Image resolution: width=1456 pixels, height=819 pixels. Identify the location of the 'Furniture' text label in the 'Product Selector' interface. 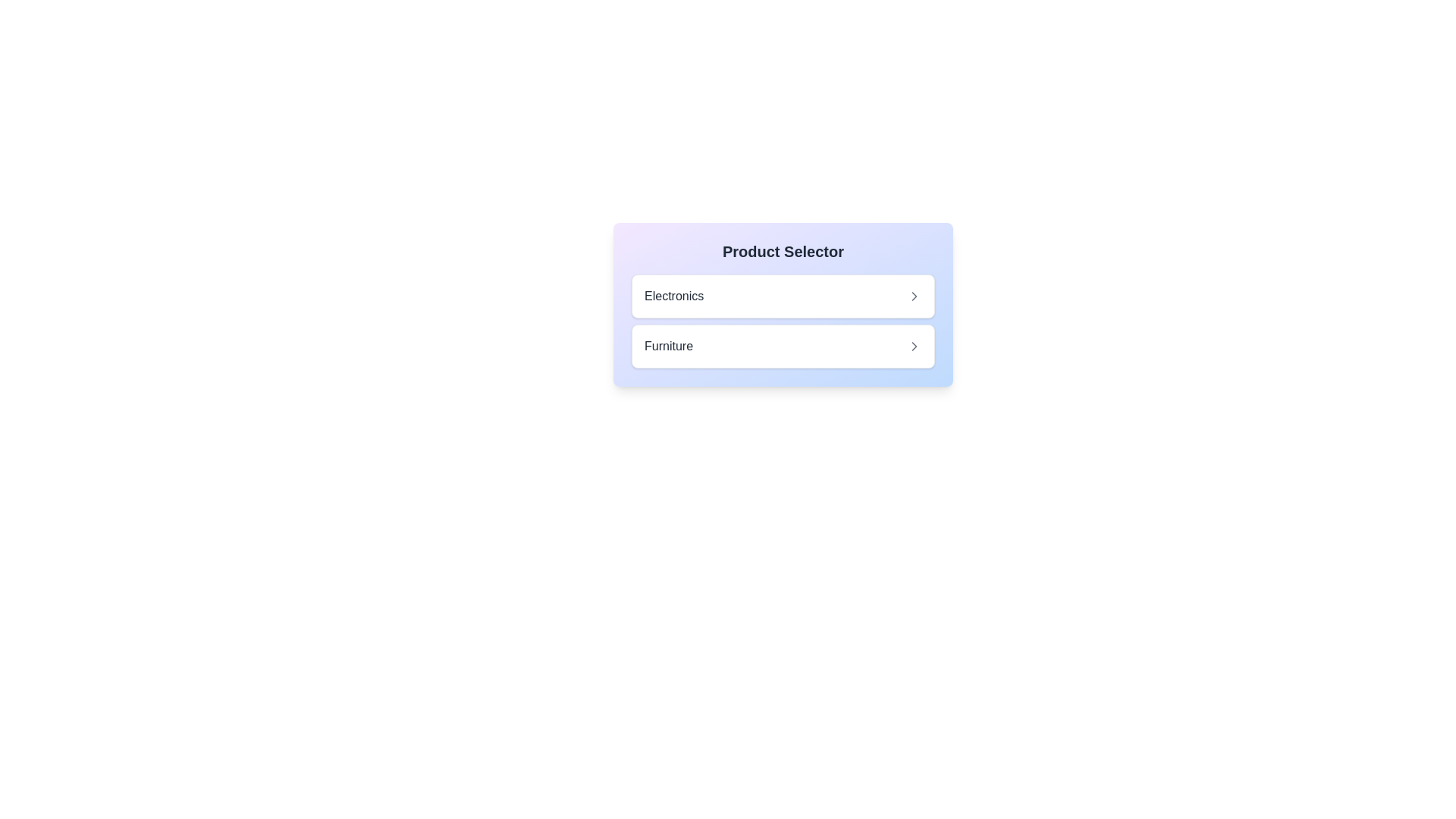
(668, 346).